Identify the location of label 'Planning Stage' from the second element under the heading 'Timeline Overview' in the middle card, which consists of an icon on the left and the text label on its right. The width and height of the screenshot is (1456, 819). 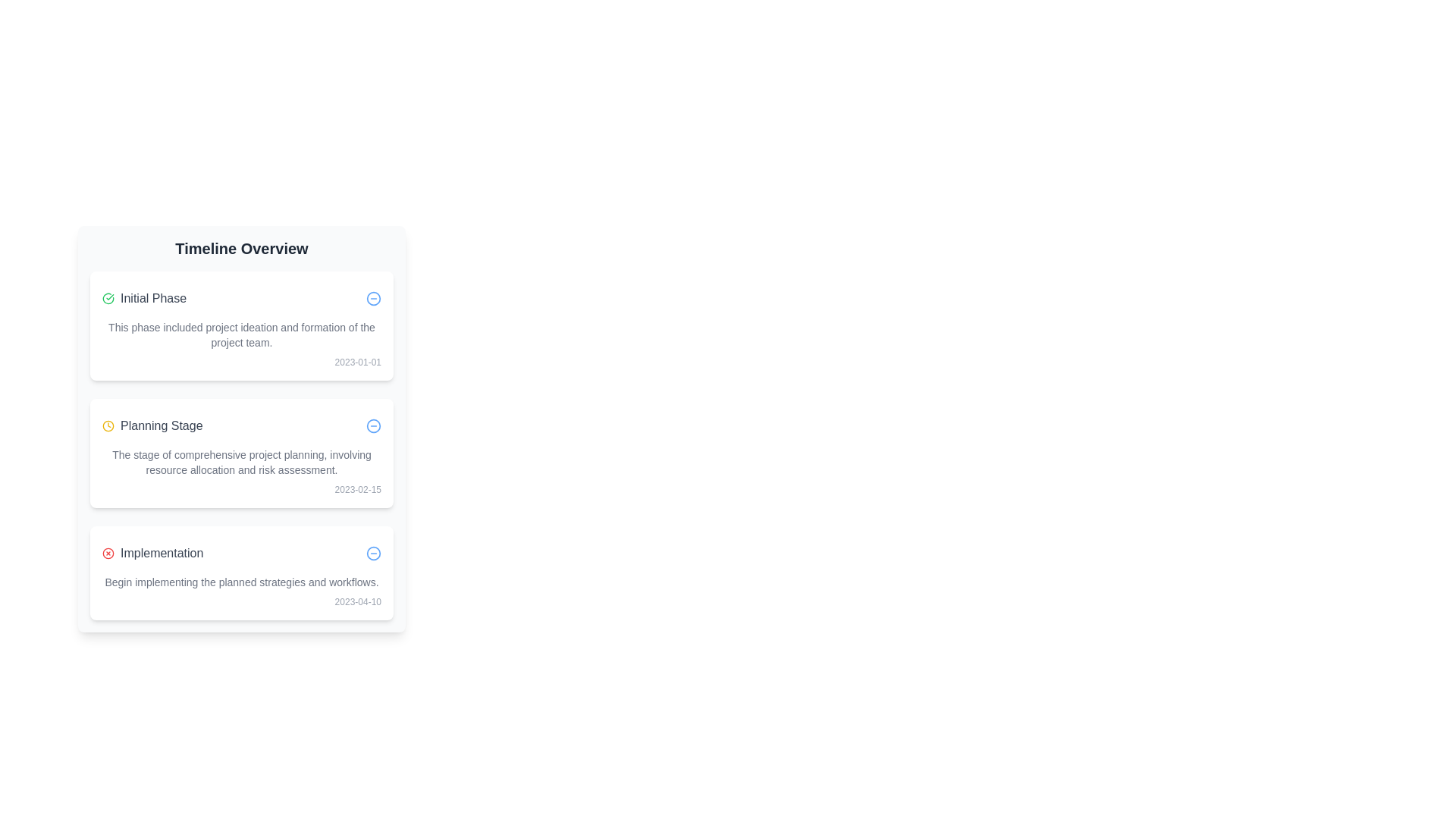
(152, 426).